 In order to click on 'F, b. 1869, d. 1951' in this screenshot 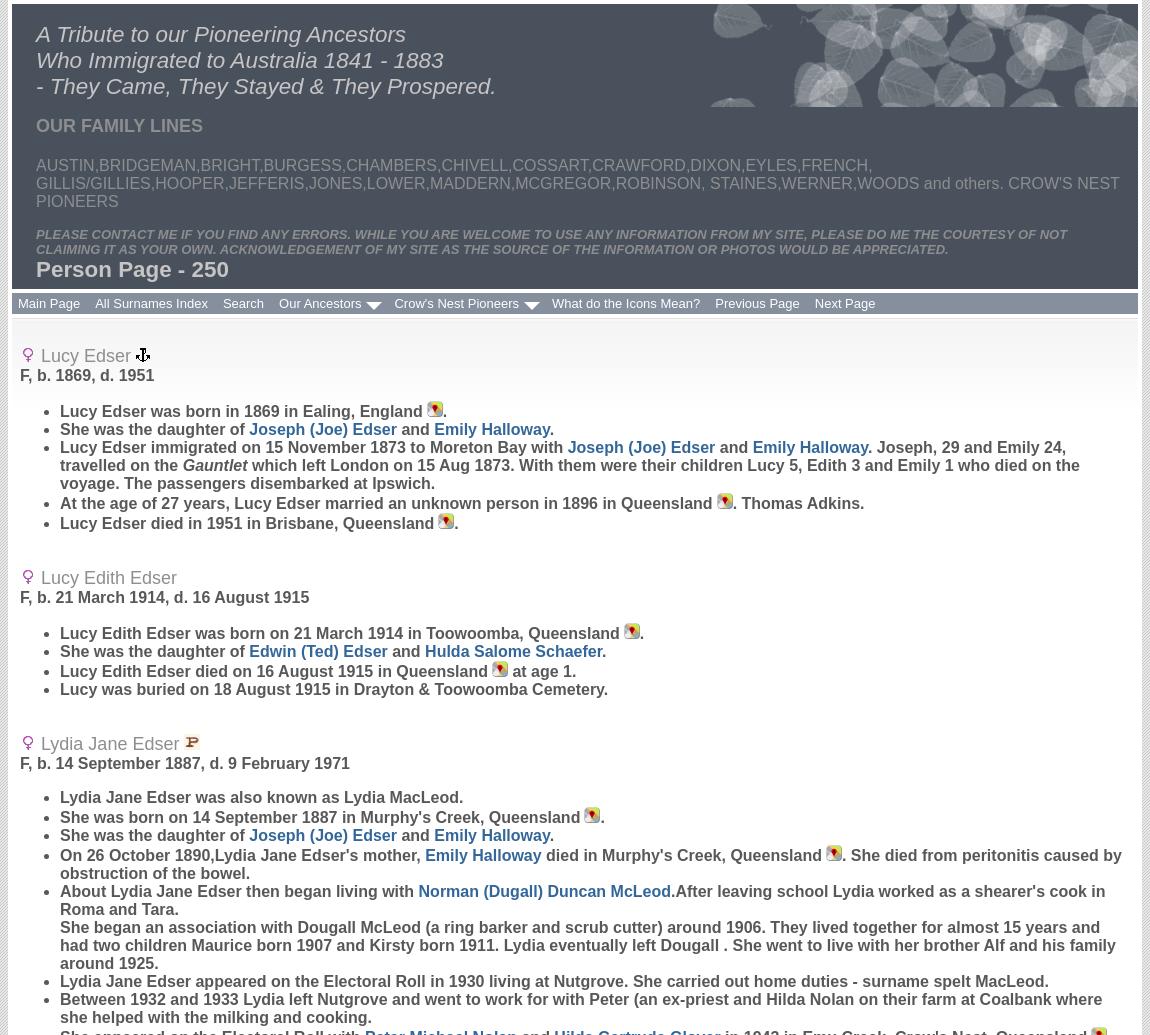, I will do `click(19, 375)`.